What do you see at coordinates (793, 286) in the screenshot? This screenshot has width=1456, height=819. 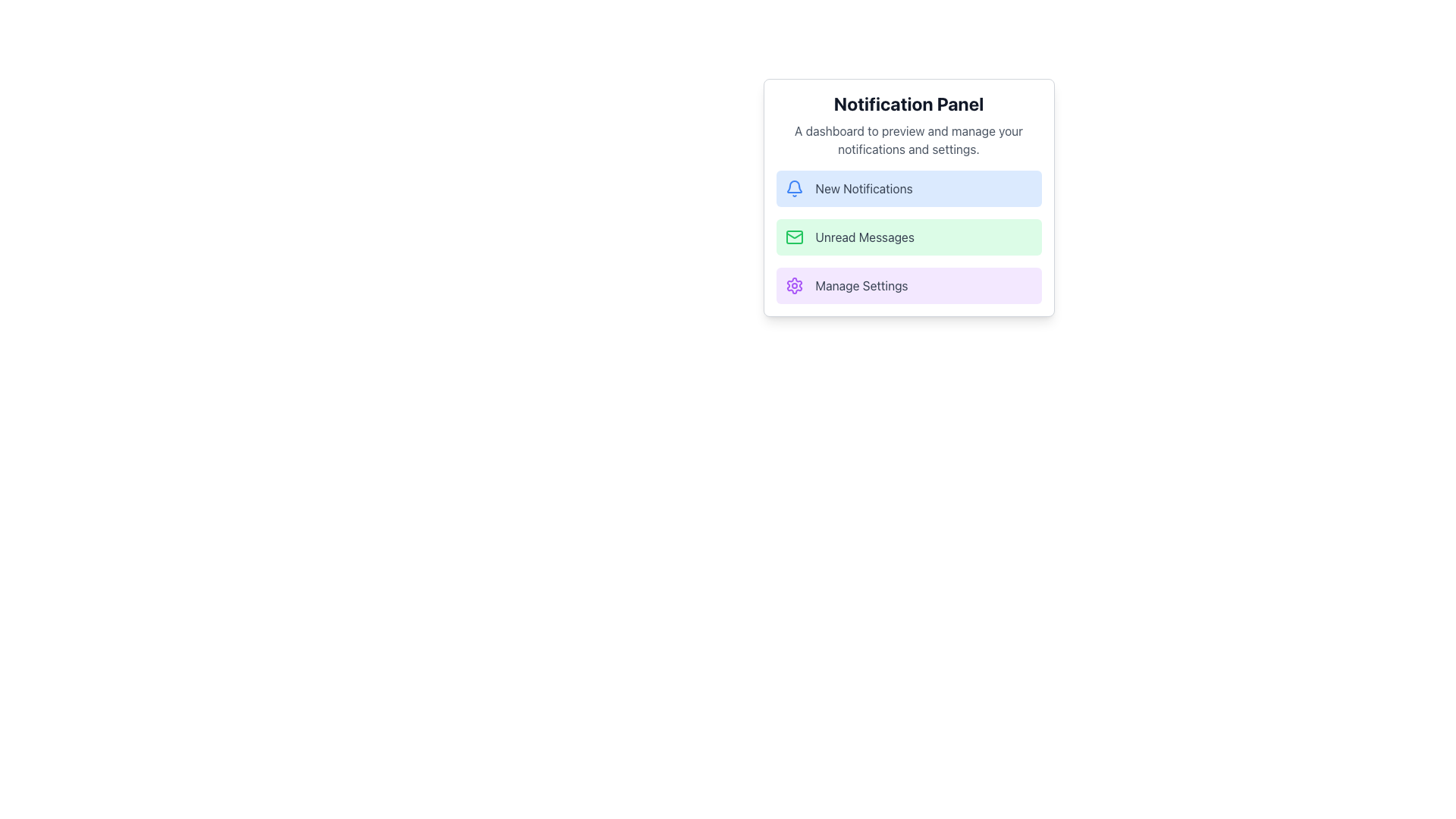 I see `the 'Manage Settings' icon located to the left of the 'Manage Settings' label in the Notification Panel` at bounding box center [793, 286].